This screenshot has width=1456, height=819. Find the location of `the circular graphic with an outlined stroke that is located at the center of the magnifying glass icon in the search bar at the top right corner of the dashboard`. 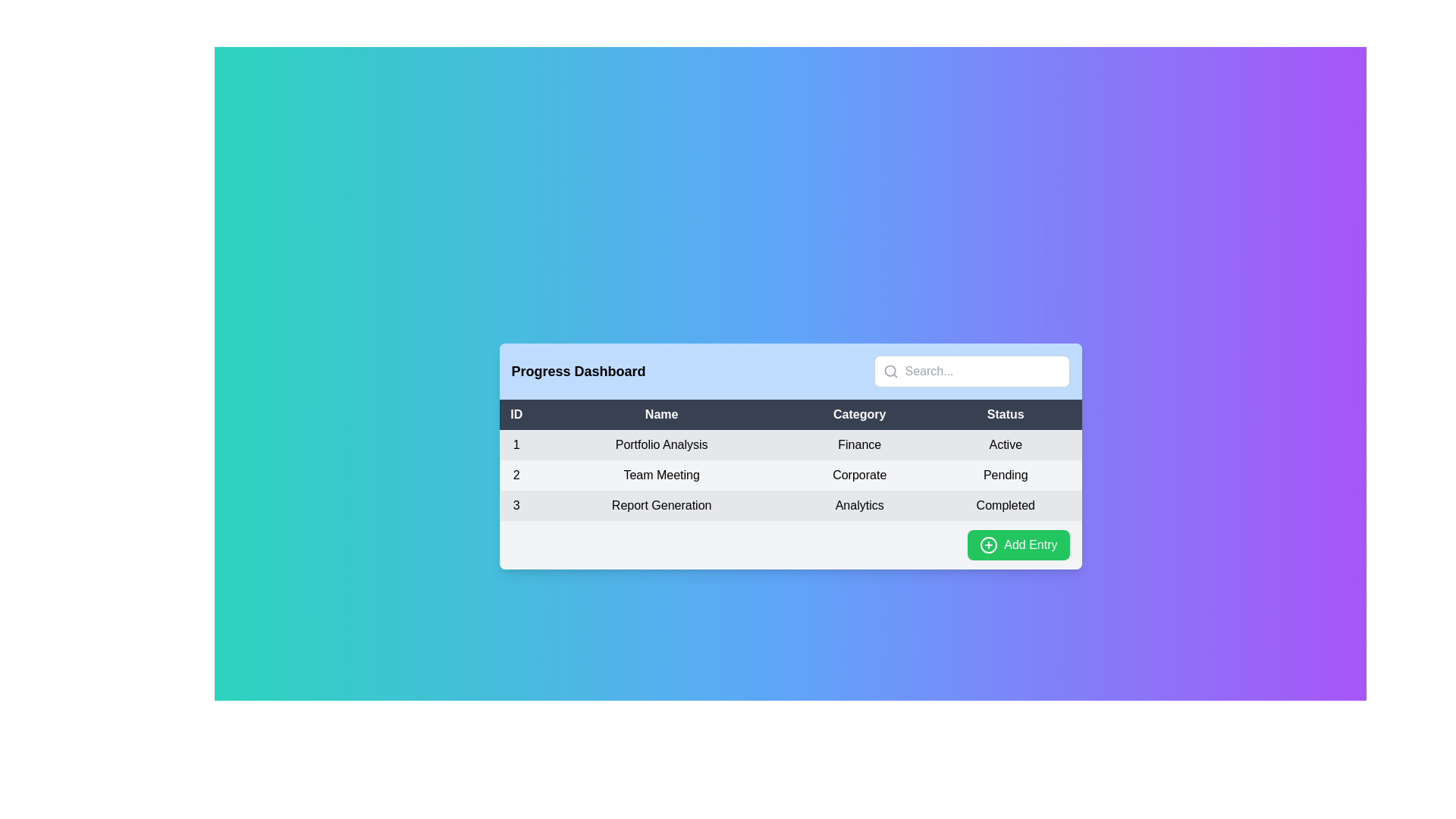

the circular graphic with an outlined stroke that is located at the center of the magnifying glass icon in the search bar at the top right corner of the dashboard is located at coordinates (890, 371).